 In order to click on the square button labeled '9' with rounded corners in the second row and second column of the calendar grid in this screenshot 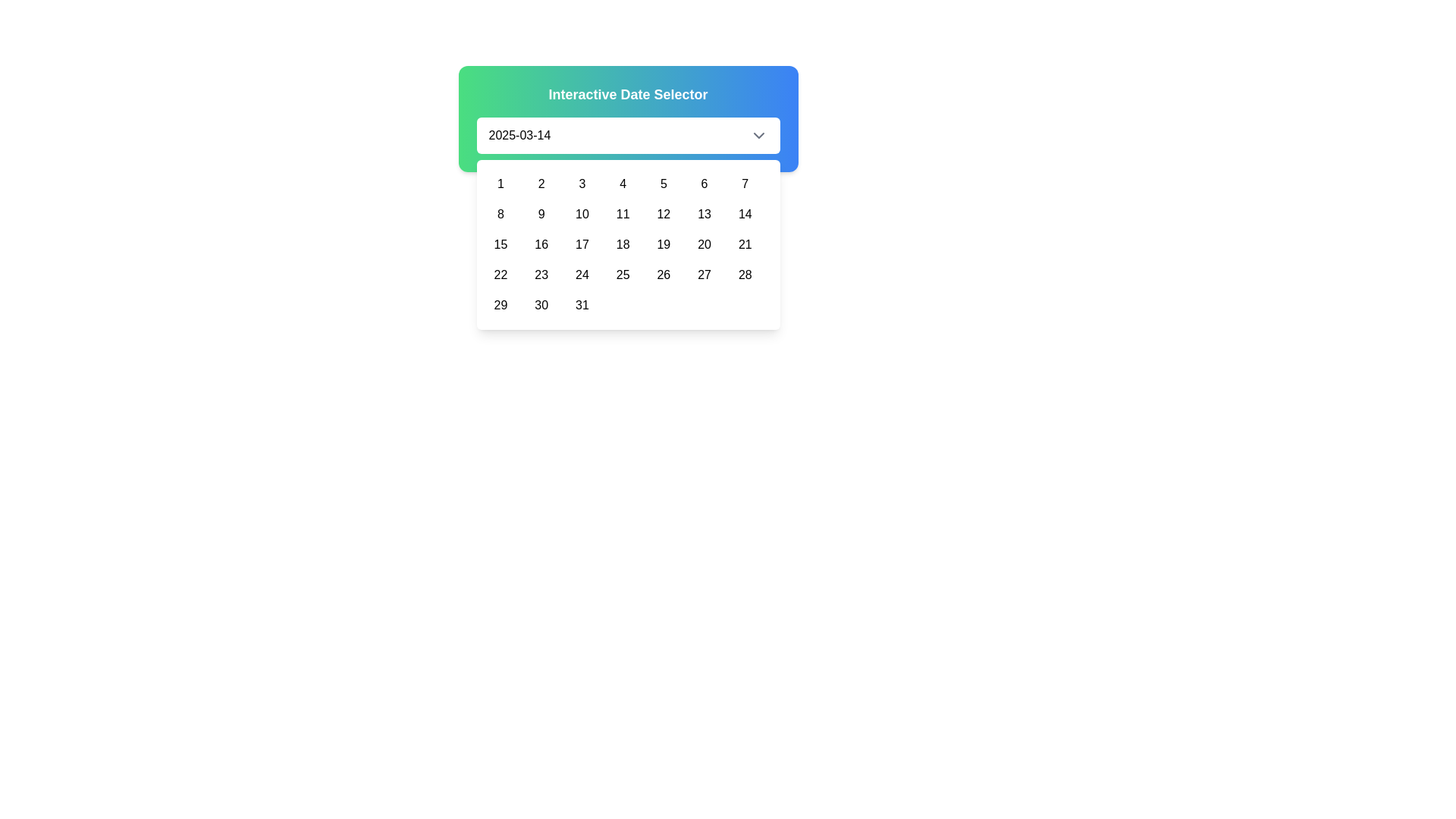, I will do `click(541, 214)`.